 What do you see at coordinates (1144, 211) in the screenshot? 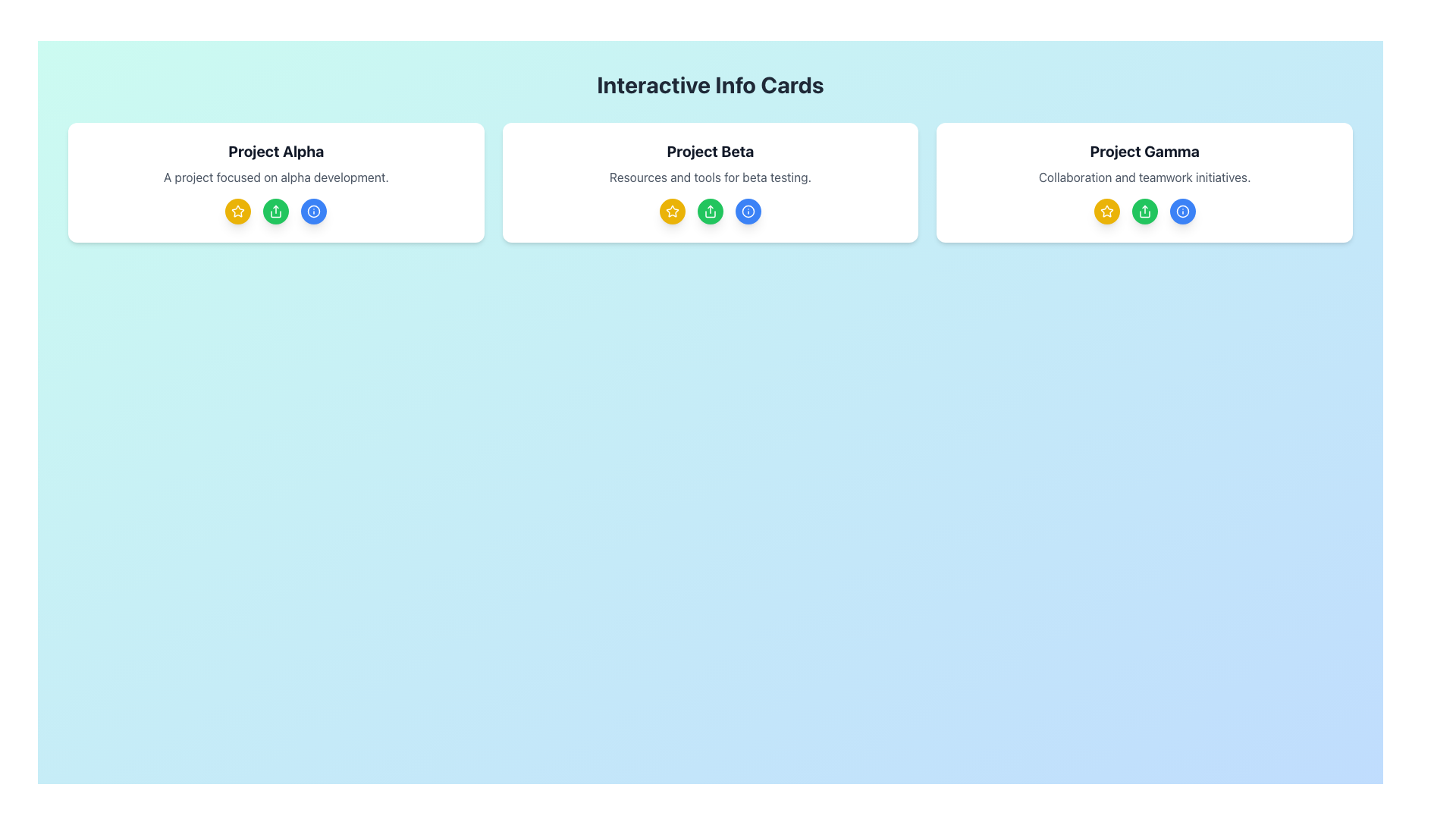
I see `the green circular button with an 'up arrow' icon located at the center-bottom section of the 'Project Gamma' card` at bounding box center [1144, 211].